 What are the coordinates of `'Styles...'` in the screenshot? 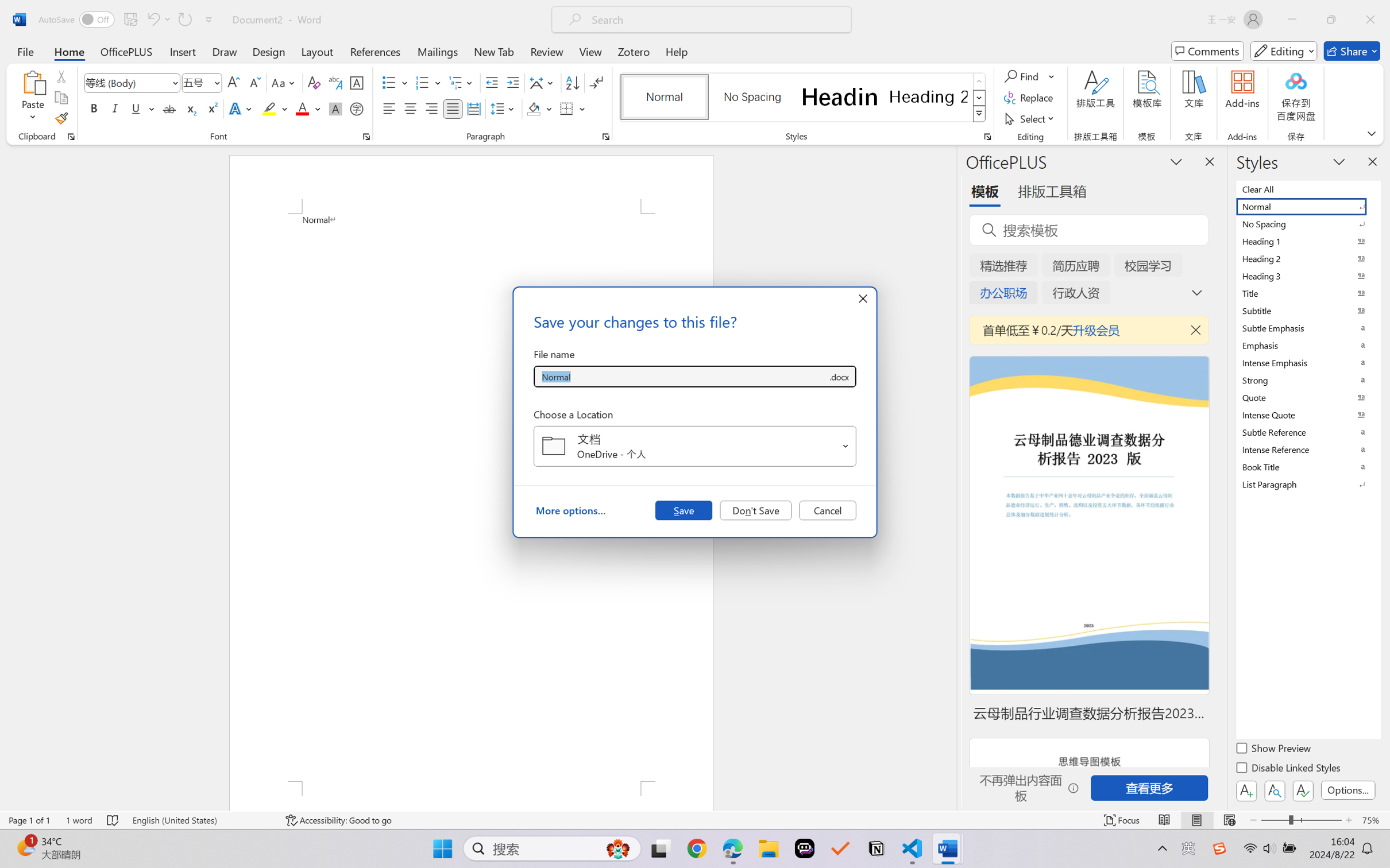 It's located at (987, 136).